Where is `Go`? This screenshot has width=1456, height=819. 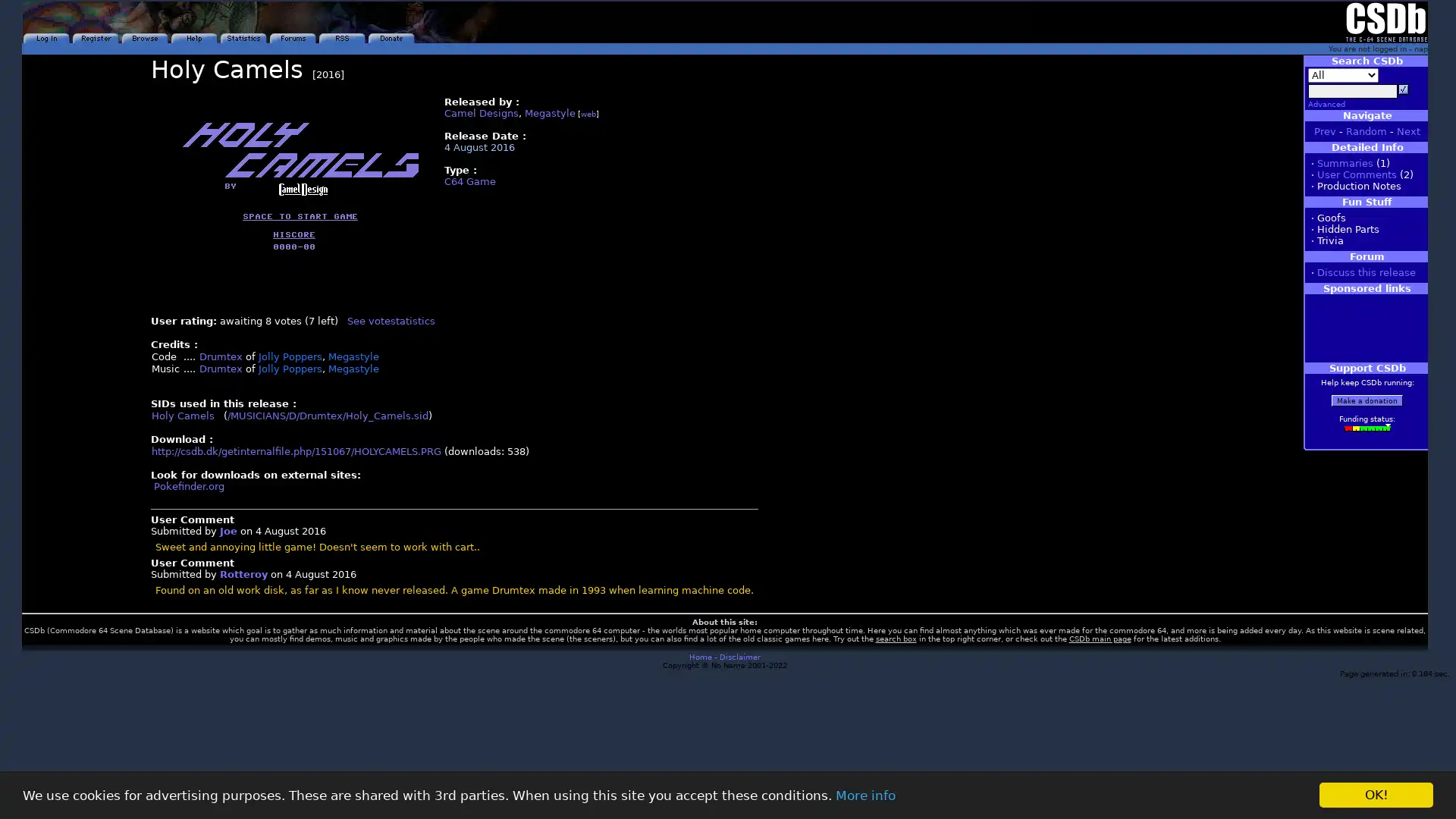 Go is located at coordinates (1403, 89).